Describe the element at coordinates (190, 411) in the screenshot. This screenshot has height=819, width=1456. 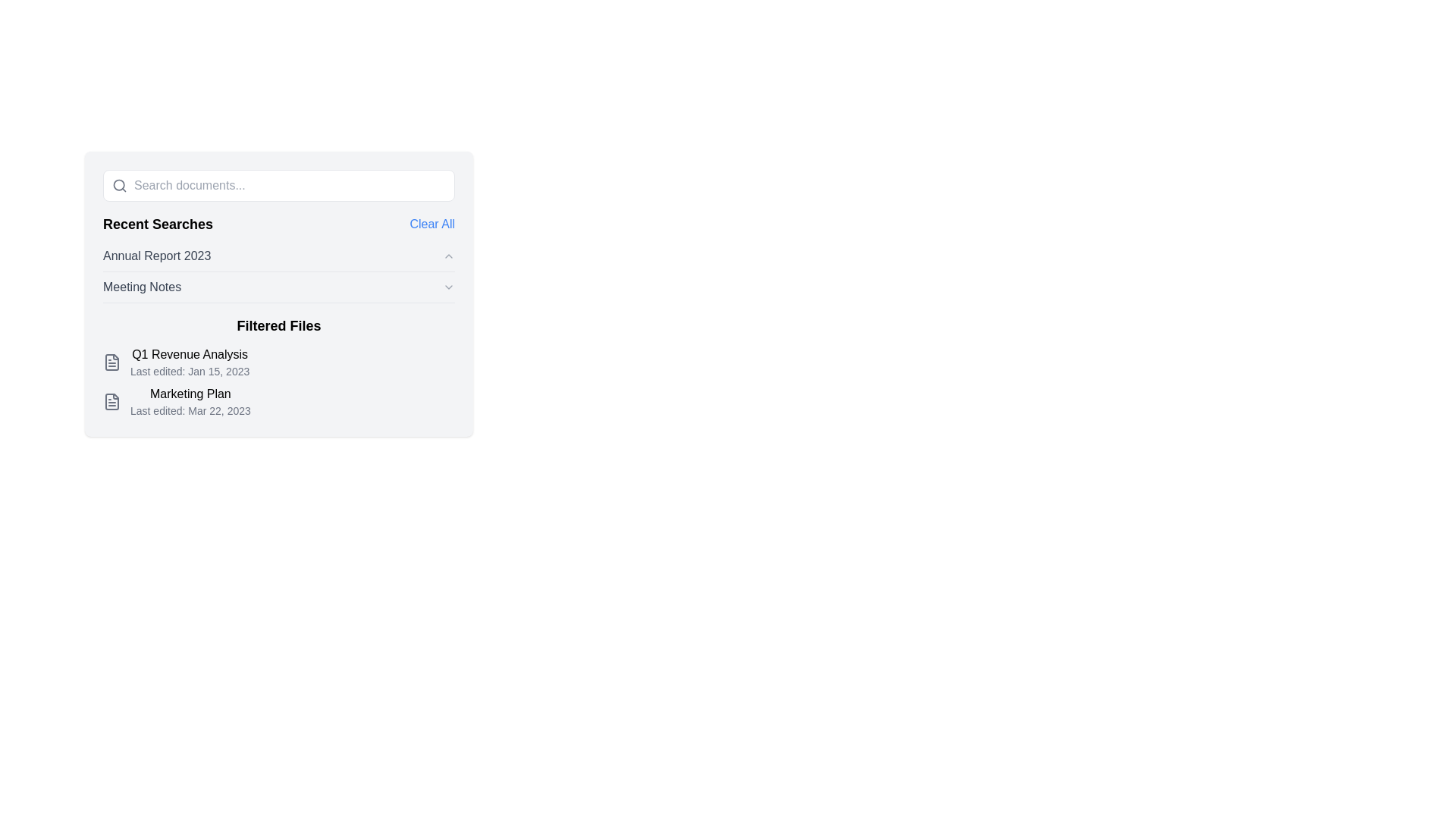
I see `the static text label displaying the last edited date within the 'Filtered Files' section under the 'Marketing Plan' entry` at that location.